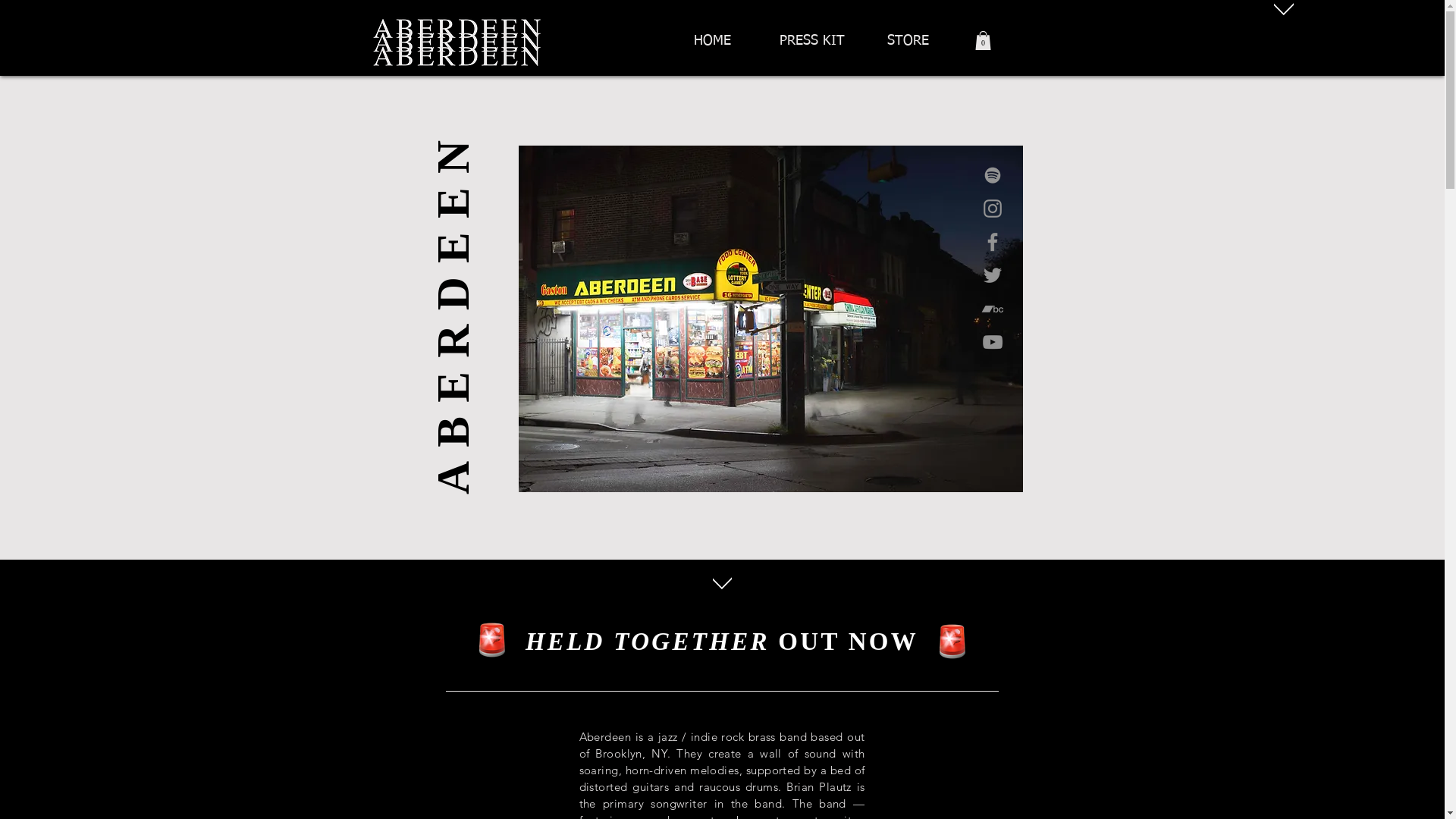 The height and width of the screenshot is (819, 1456). Describe the element at coordinates (983, 39) in the screenshot. I see `'0'` at that location.